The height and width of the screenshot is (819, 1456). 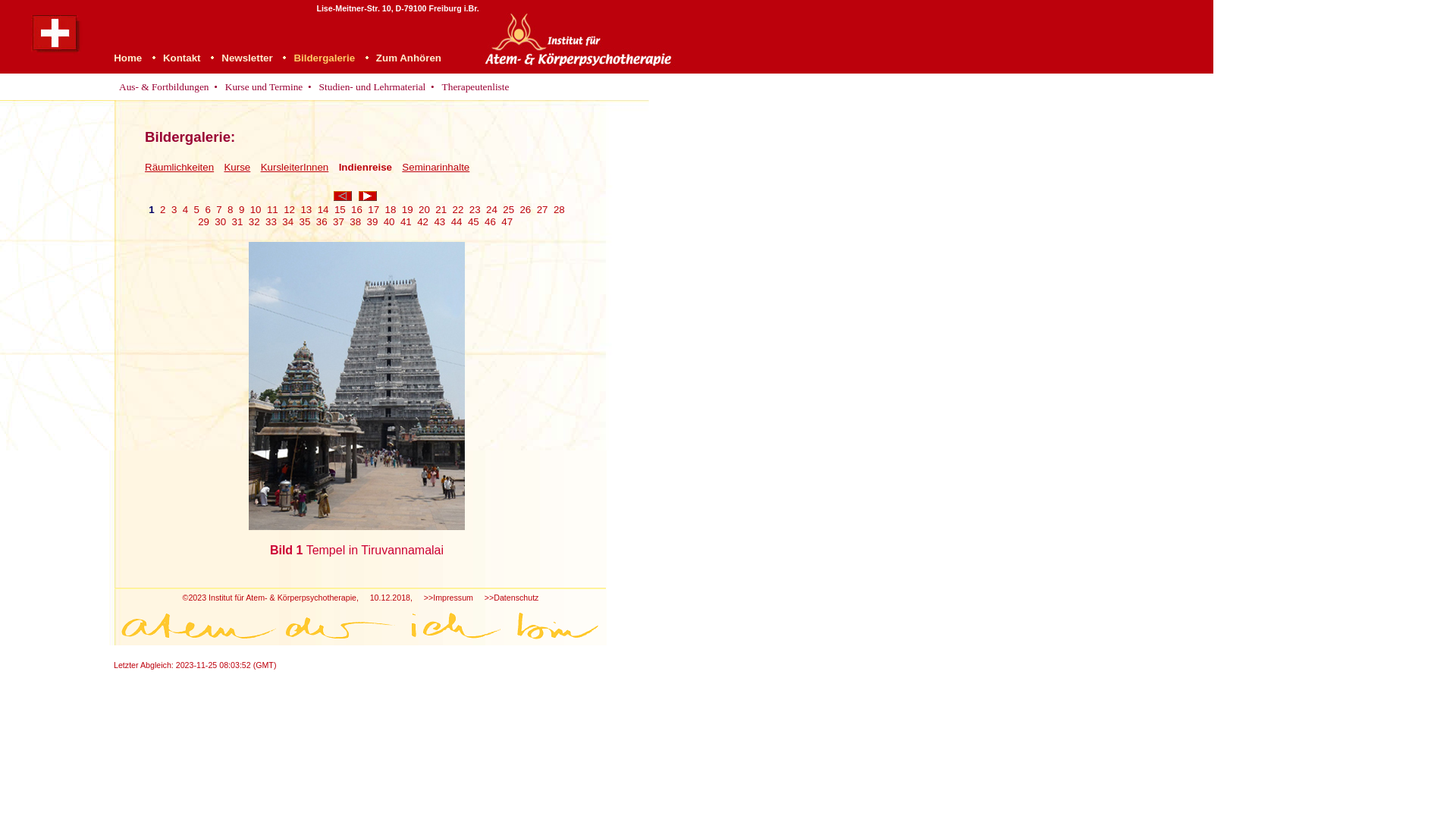 I want to click on '4', so click(x=184, y=209).